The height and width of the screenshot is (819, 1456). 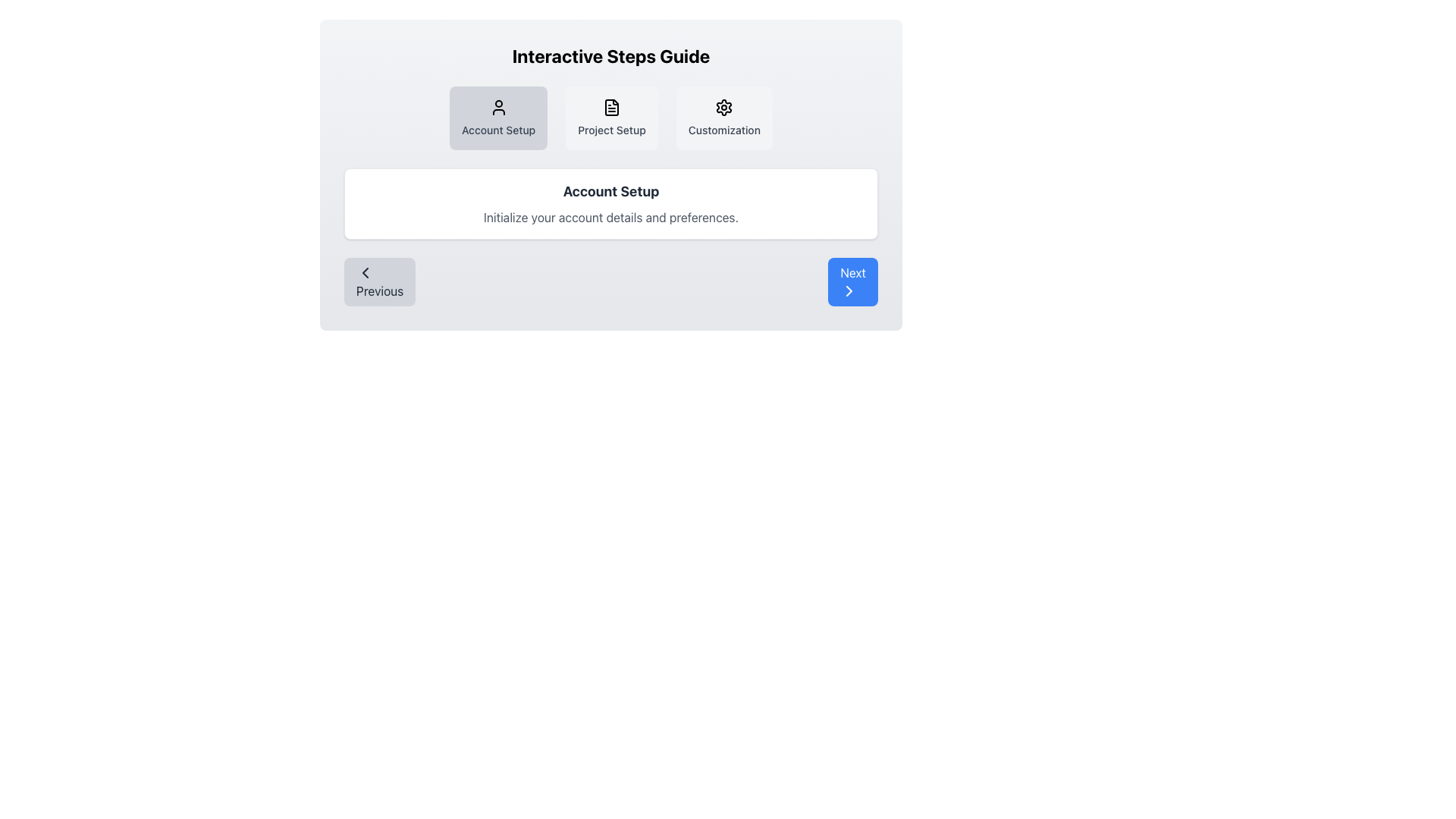 I want to click on the first selectable option for 'Account Setup' located in the top-central part of the interface, so click(x=498, y=117).